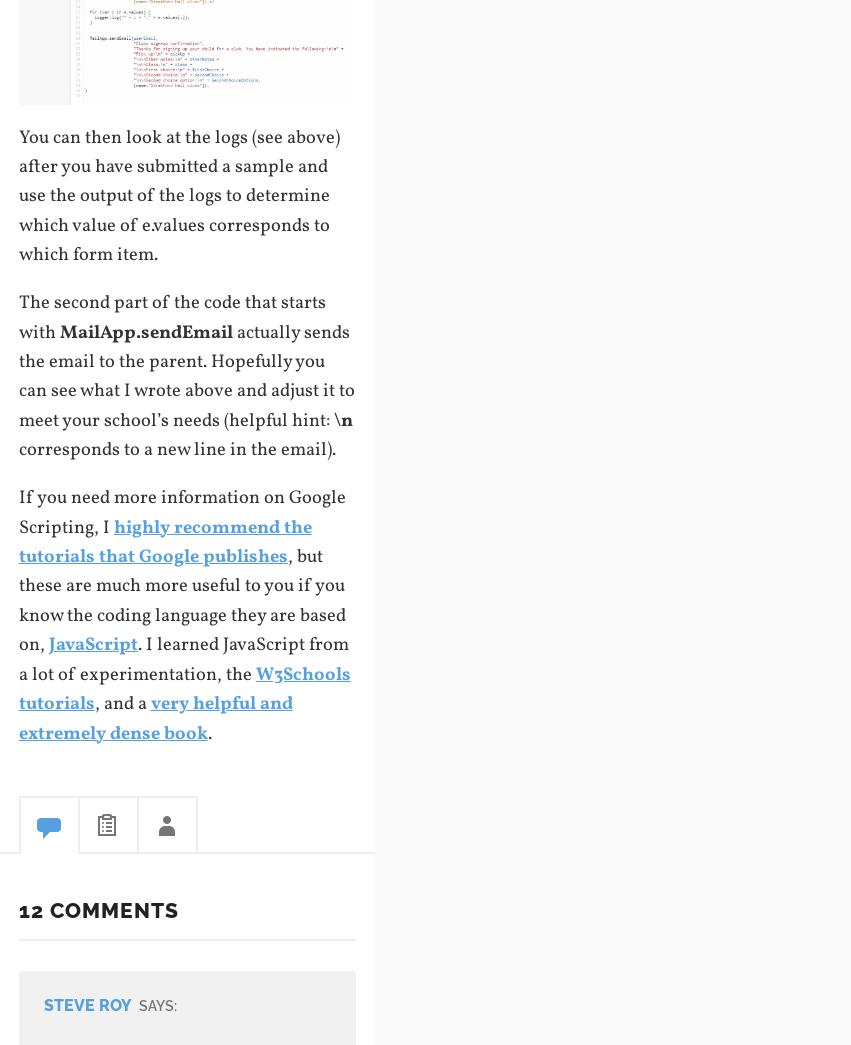 This screenshot has height=1045, width=851. What do you see at coordinates (97, 910) in the screenshot?
I see `'12 Comments'` at bounding box center [97, 910].